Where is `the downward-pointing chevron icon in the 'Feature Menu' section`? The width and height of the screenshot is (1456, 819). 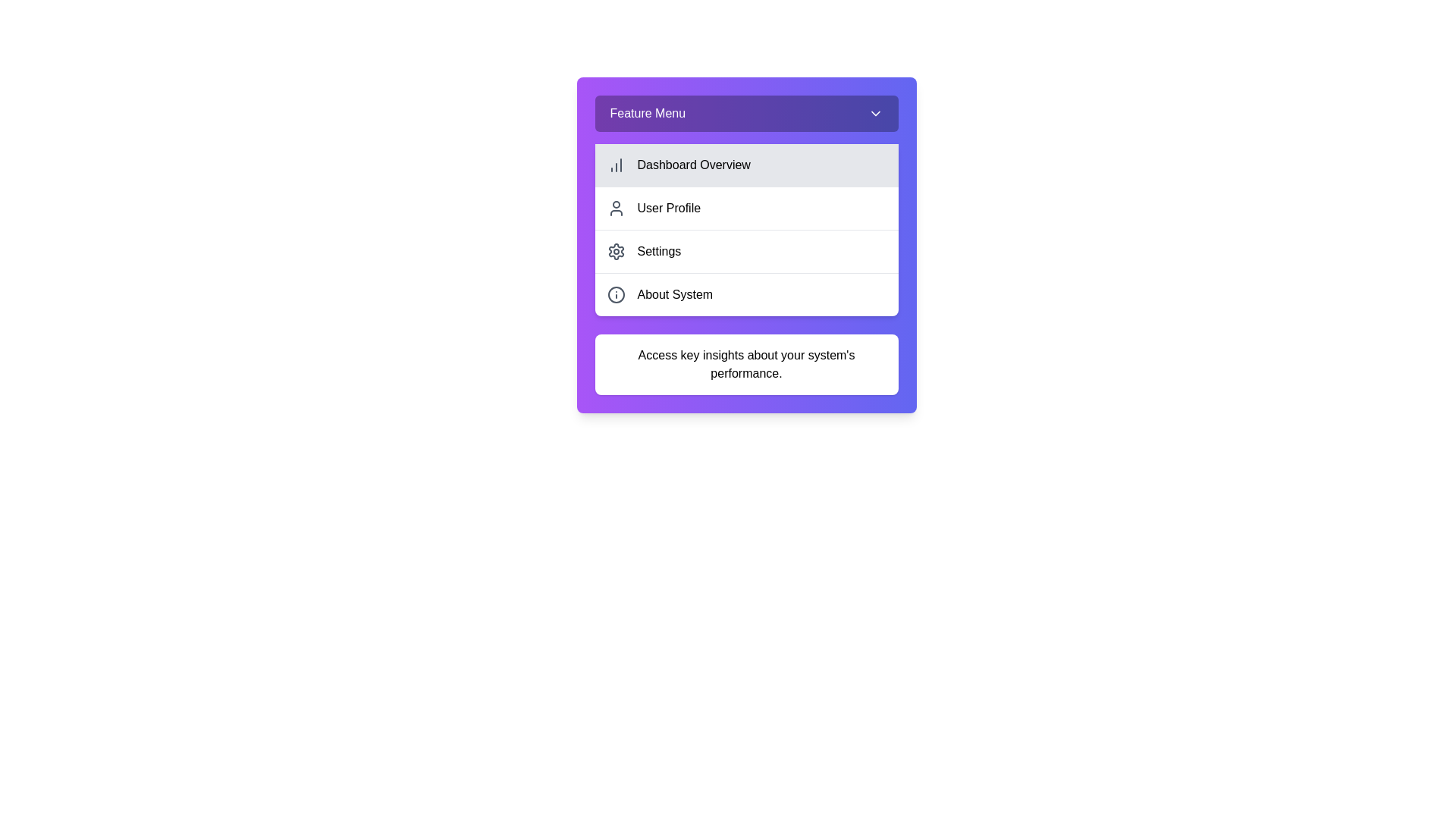 the downward-pointing chevron icon in the 'Feature Menu' section is located at coordinates (875, 113).